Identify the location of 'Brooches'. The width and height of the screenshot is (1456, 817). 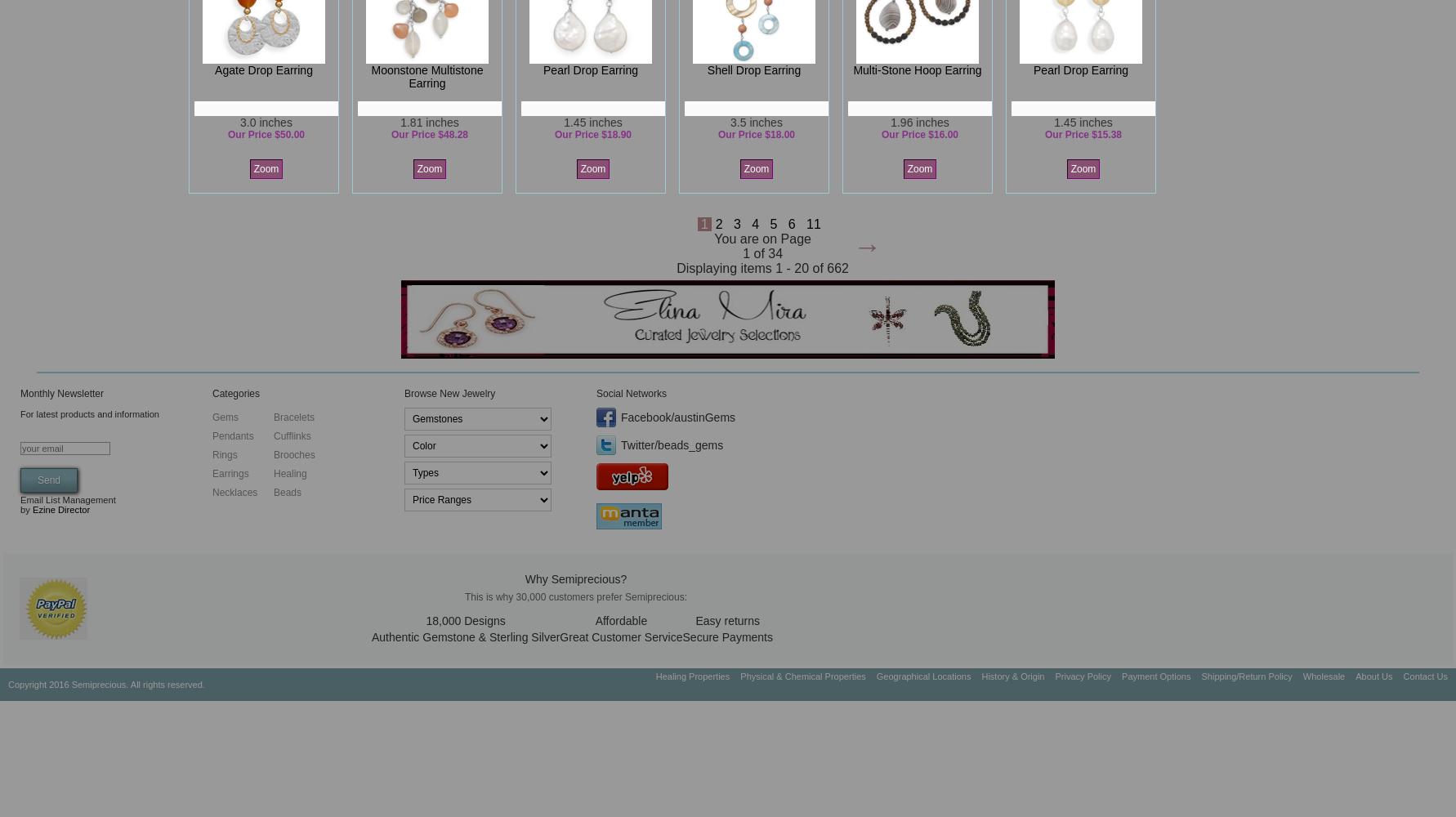
(293, 455).